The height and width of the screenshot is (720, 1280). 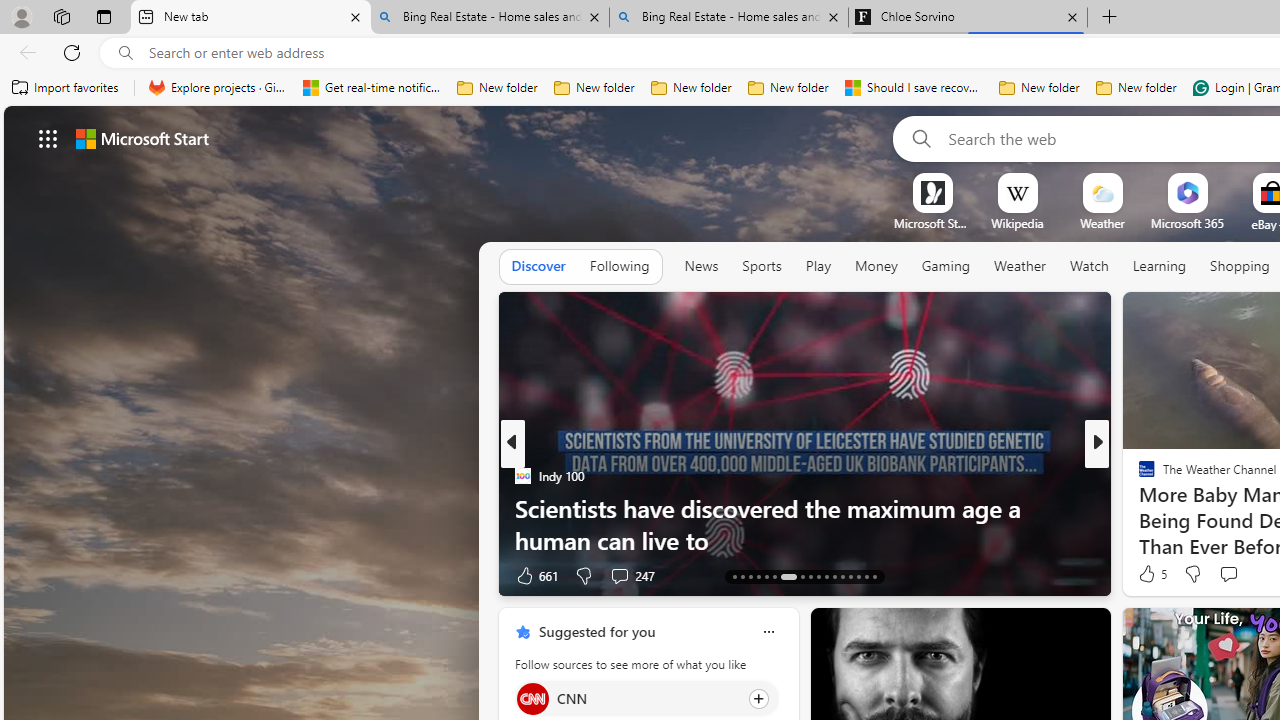 What do you see at coordinates (850, 577) in the screenshot?
I see `'AutomationID: tab-39'` at bounding box center [850, 577].